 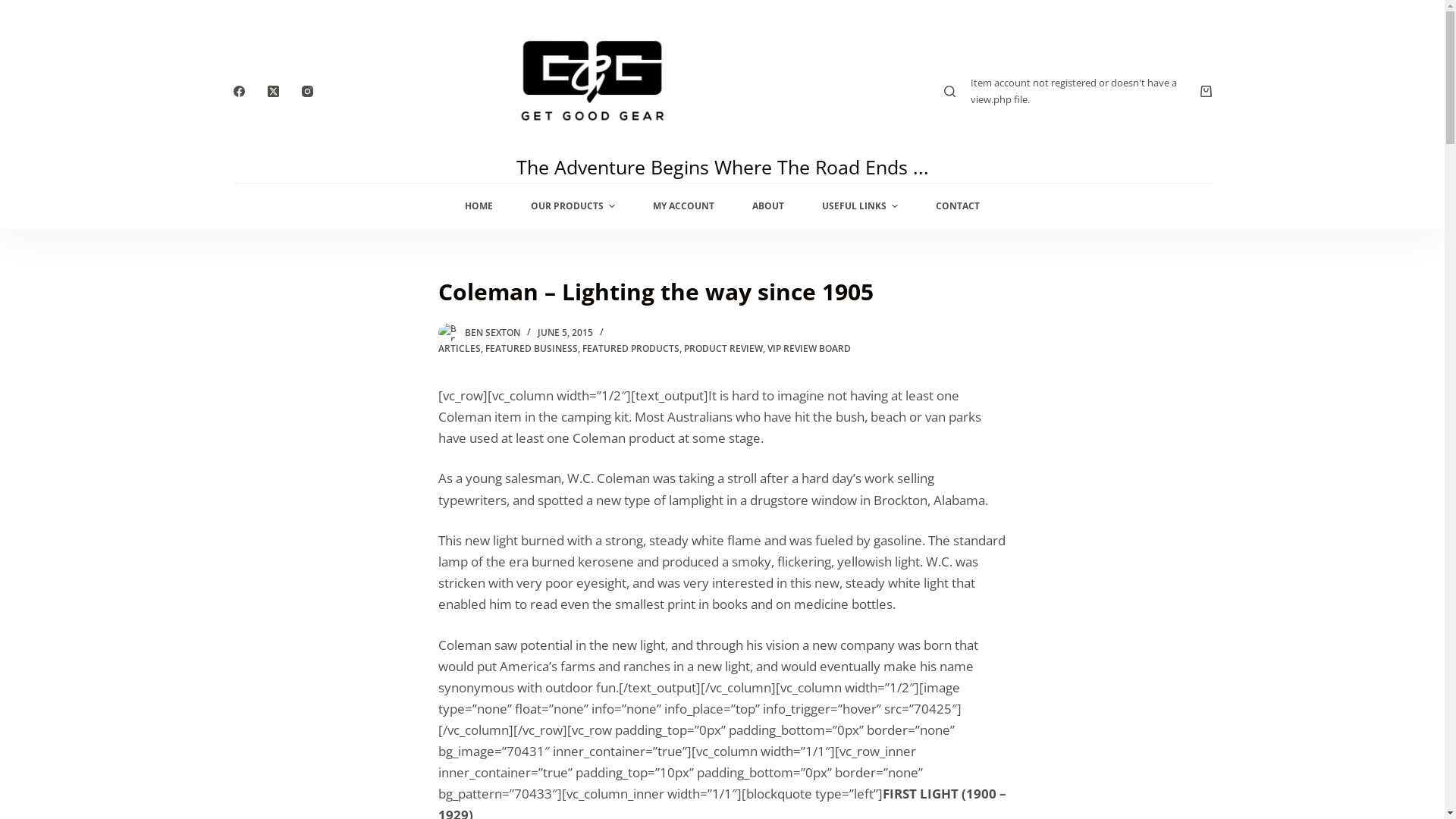 I want to click on 'VIP REVIEW BOARD', so click(x=808, y=348).